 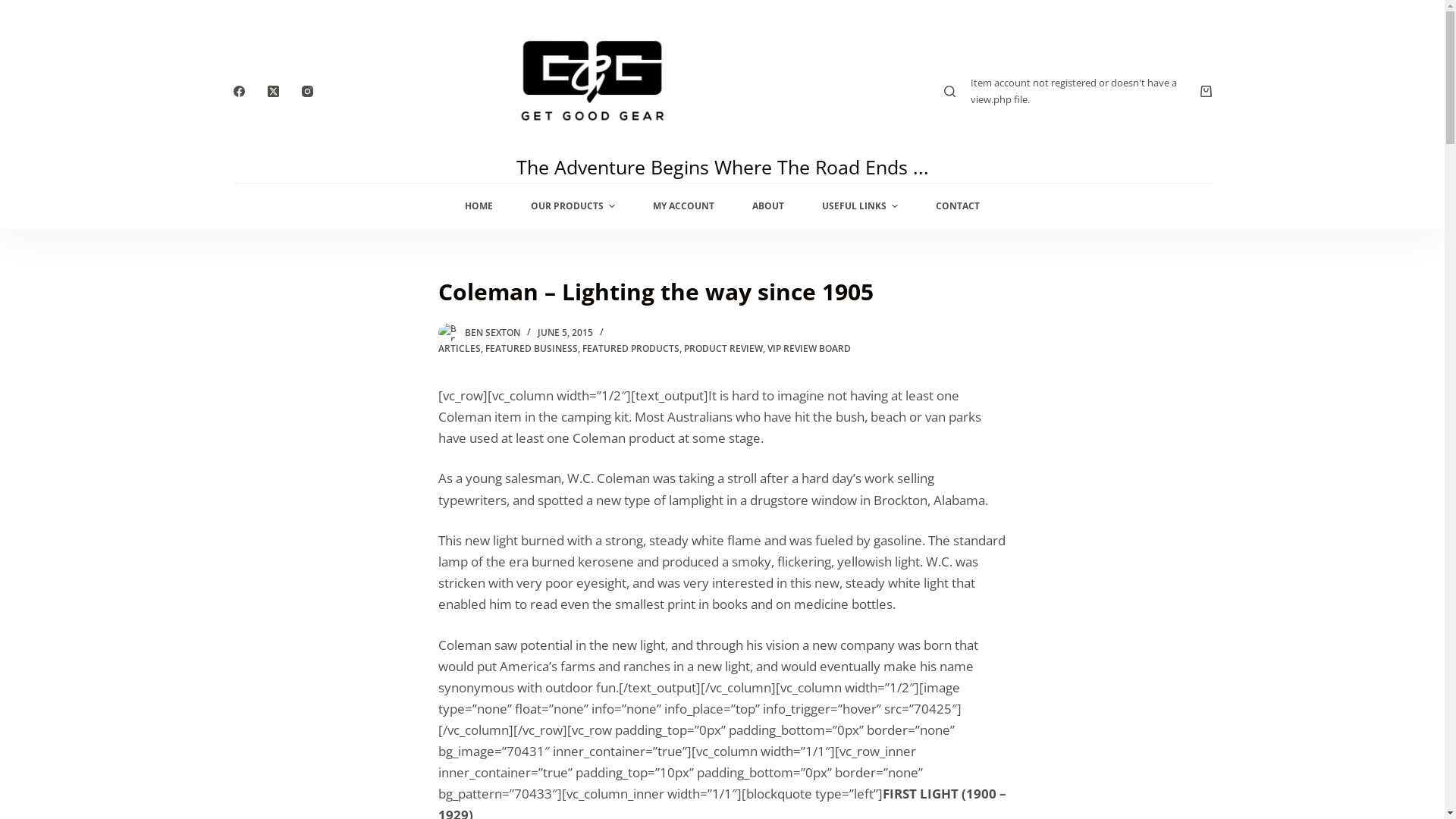 I want to click on 'VIP REVIEW BOARD', so click(x=808, y=348).